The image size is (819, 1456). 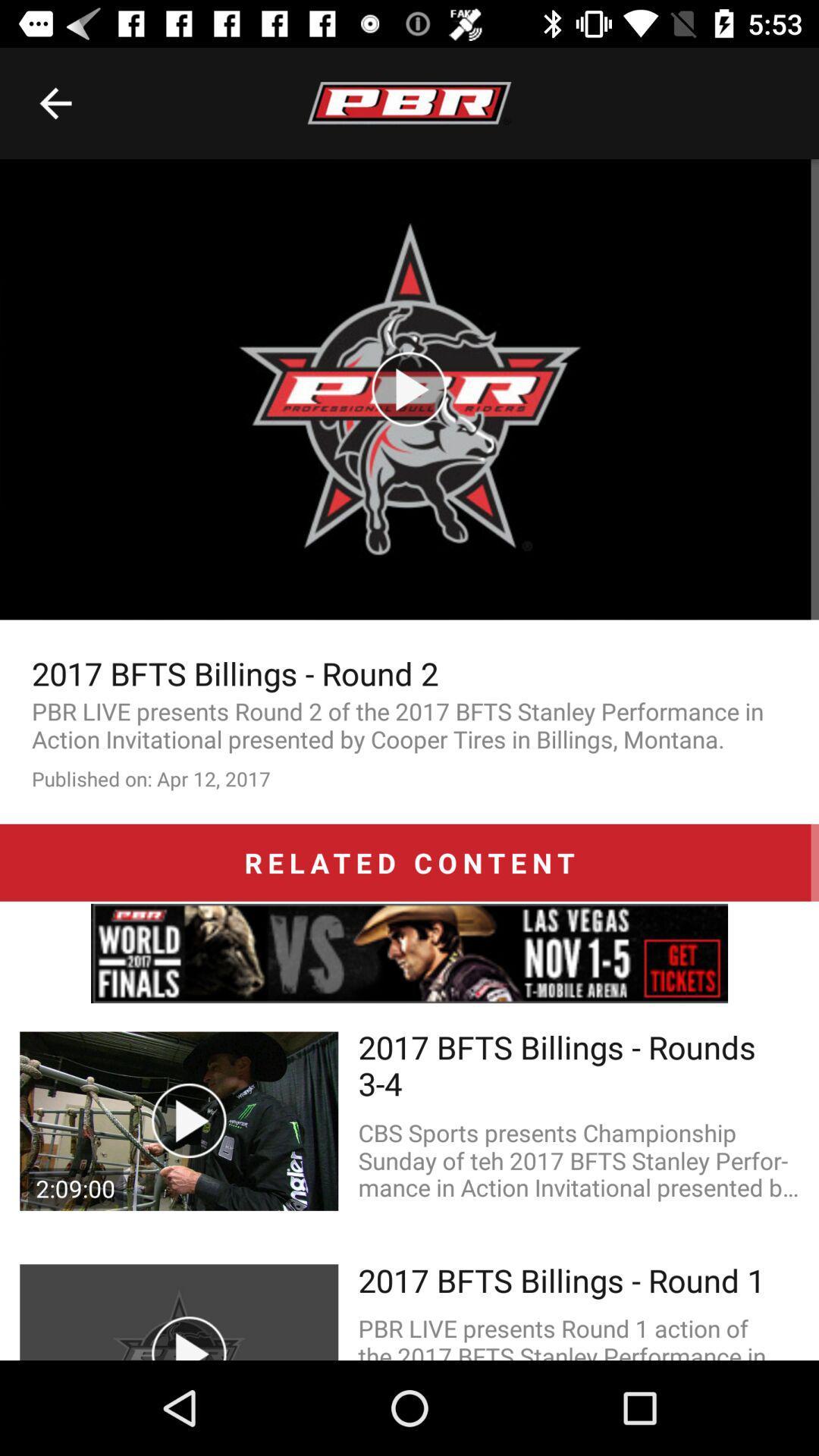 What do you see at coordinates (409, 952) in the screenshot?
I see `in app advertisement` at bounding box center [409, 952].